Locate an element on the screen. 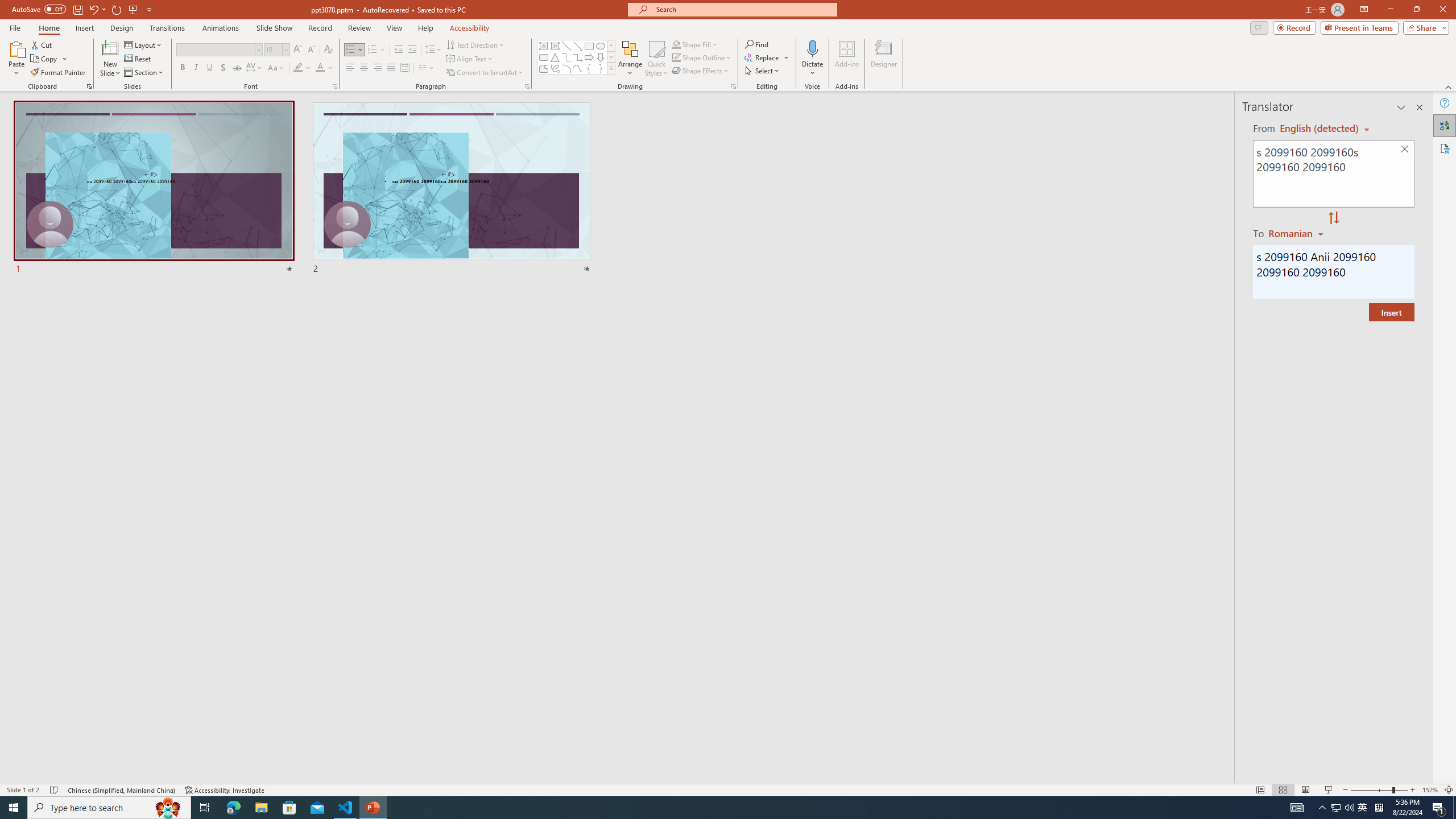 This screenshot has height=819, width=1456. 'Text Box' is located at coordinates (543, 45).